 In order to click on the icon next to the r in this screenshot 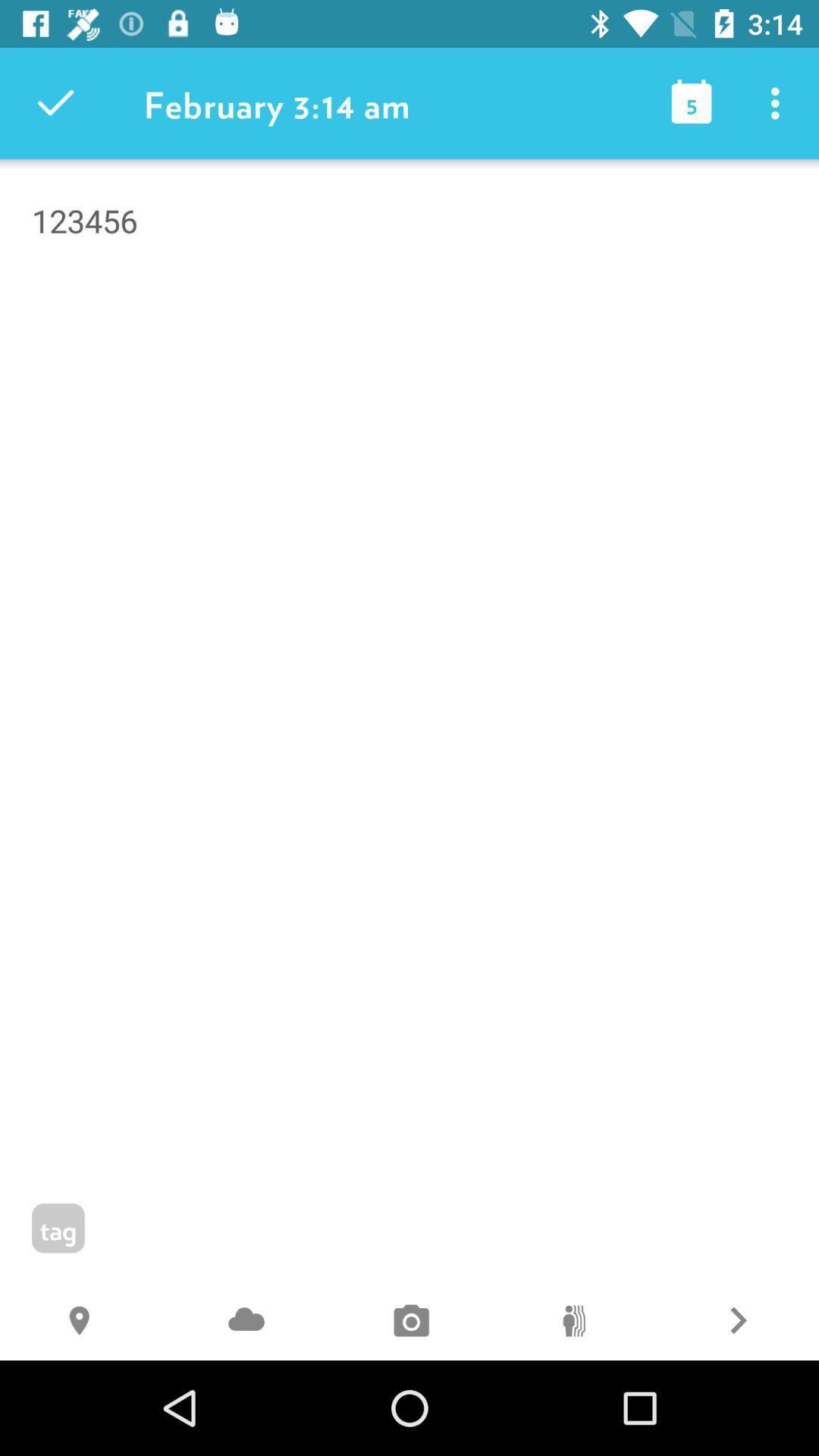, I will do `click(573, 1322)`.